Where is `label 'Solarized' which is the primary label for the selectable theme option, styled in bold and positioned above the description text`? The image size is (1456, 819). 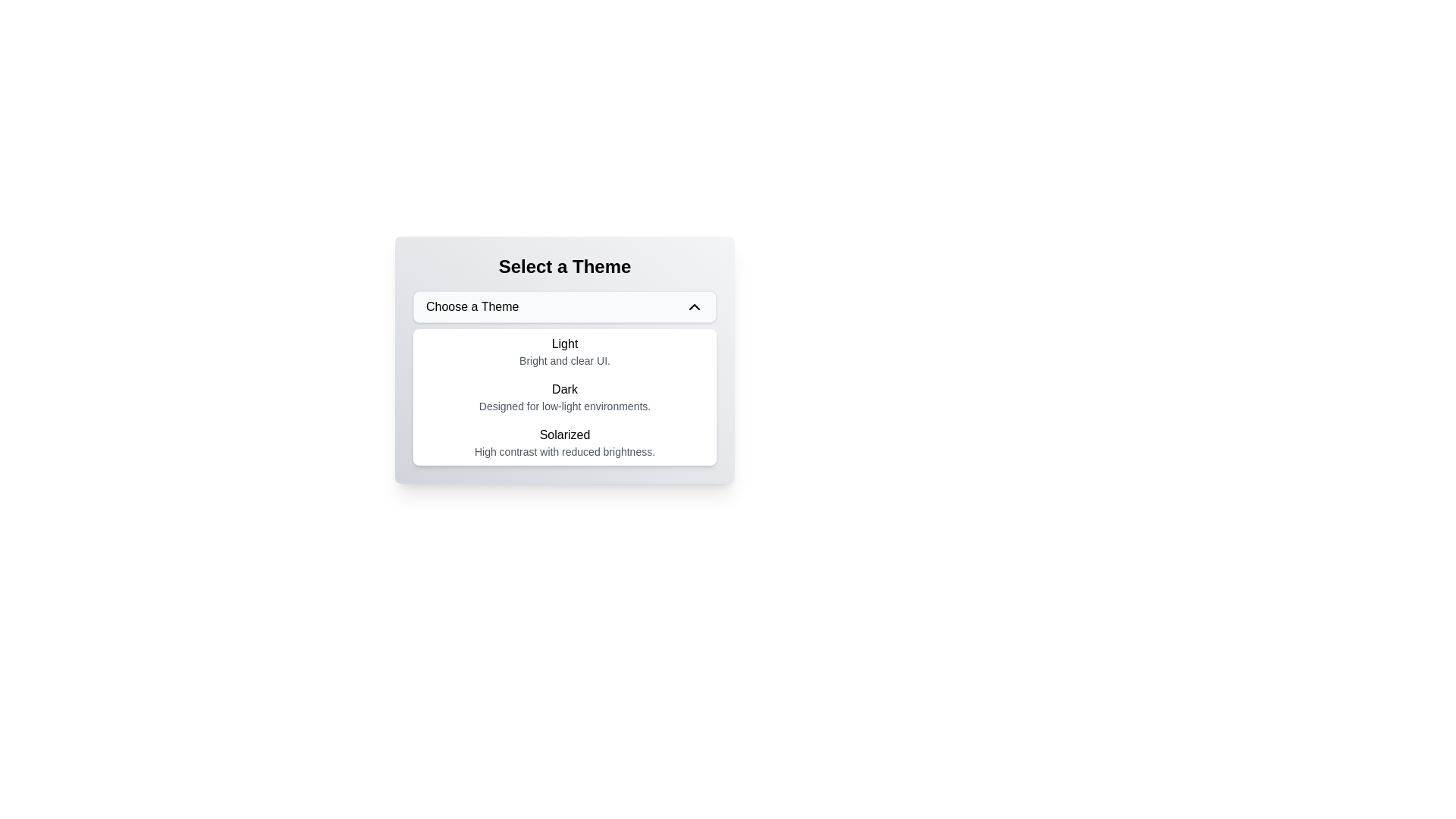 label 'Solarized' which is the primary label for the selectable theme option, styled in bold and positioned above the description text is located at coordinates (563, 435).